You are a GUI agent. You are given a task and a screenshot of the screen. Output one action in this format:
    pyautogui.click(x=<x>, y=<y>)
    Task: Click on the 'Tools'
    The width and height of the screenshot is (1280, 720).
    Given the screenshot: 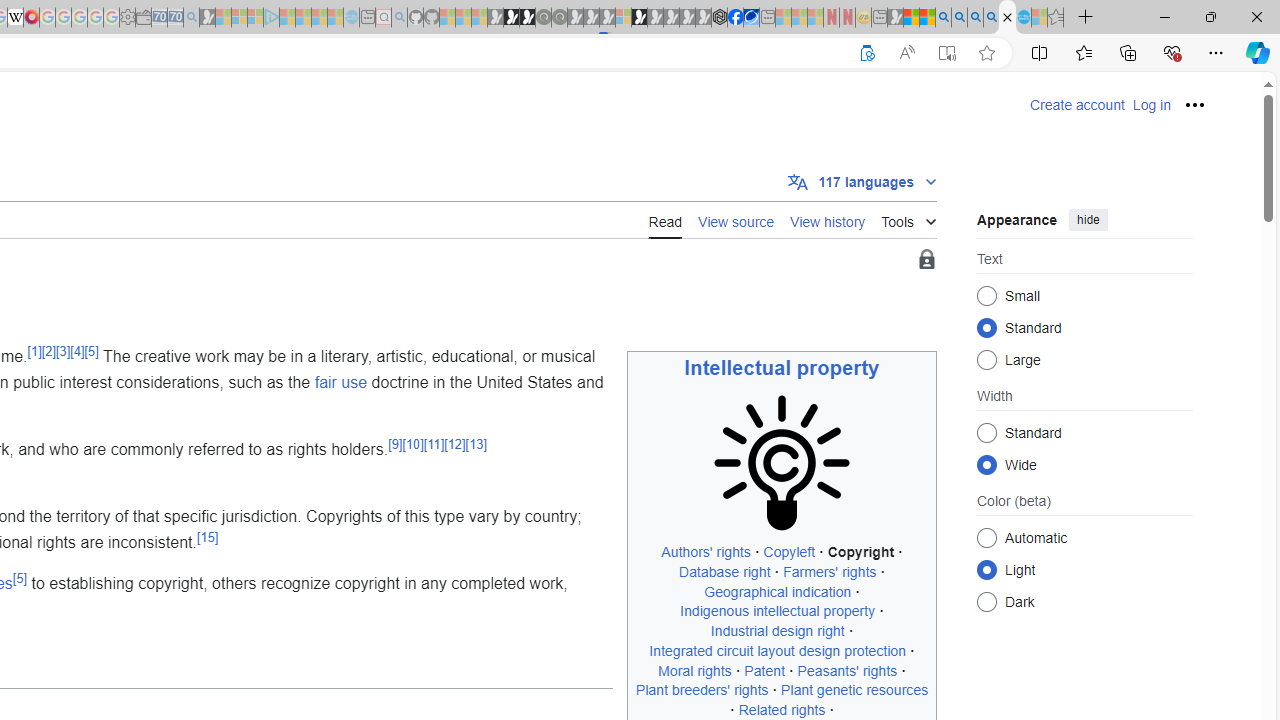 What is the action you would take?
    pyautogui.click(x=907, y=218)
    